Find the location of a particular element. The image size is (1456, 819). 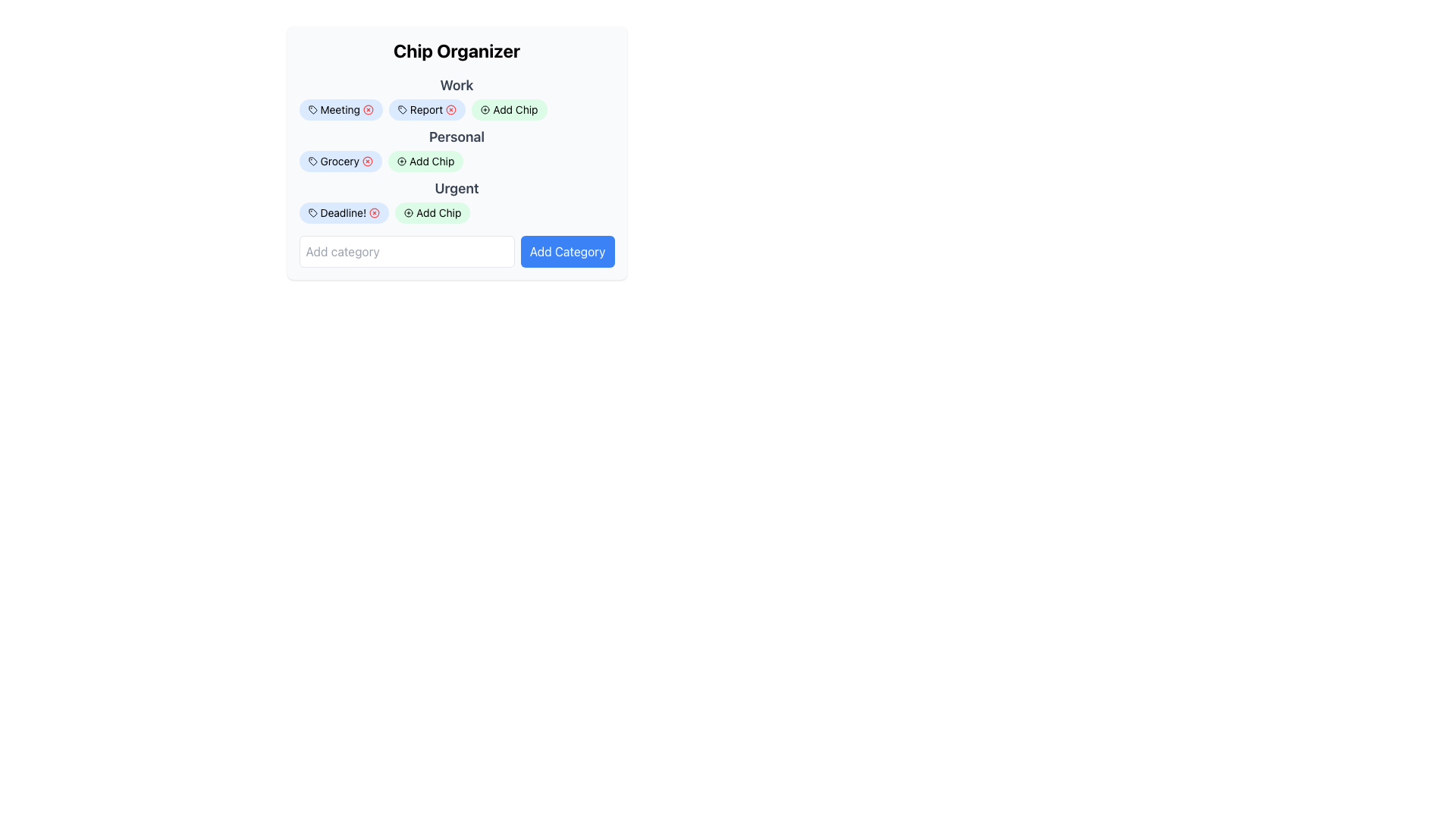

the button located in the 'Work' category is located at coordinates (510, 109).